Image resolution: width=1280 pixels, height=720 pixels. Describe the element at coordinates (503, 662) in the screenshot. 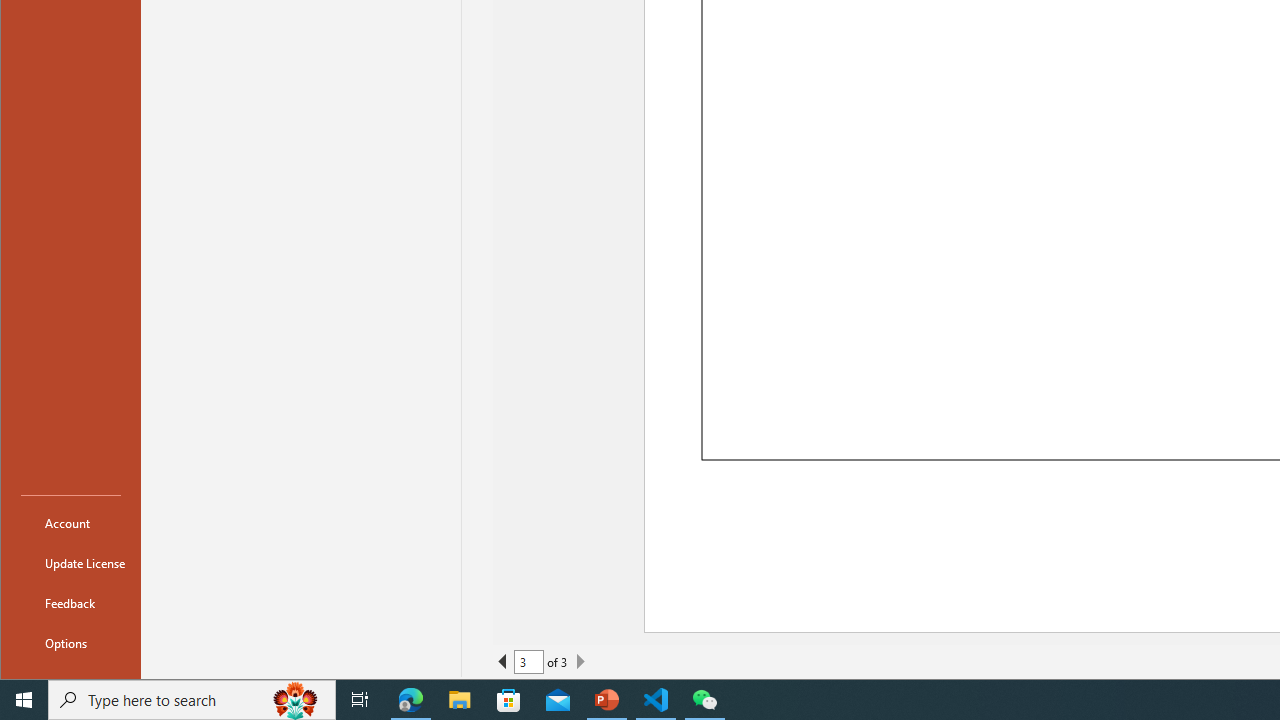

I see `'Previous Page'` at that location.